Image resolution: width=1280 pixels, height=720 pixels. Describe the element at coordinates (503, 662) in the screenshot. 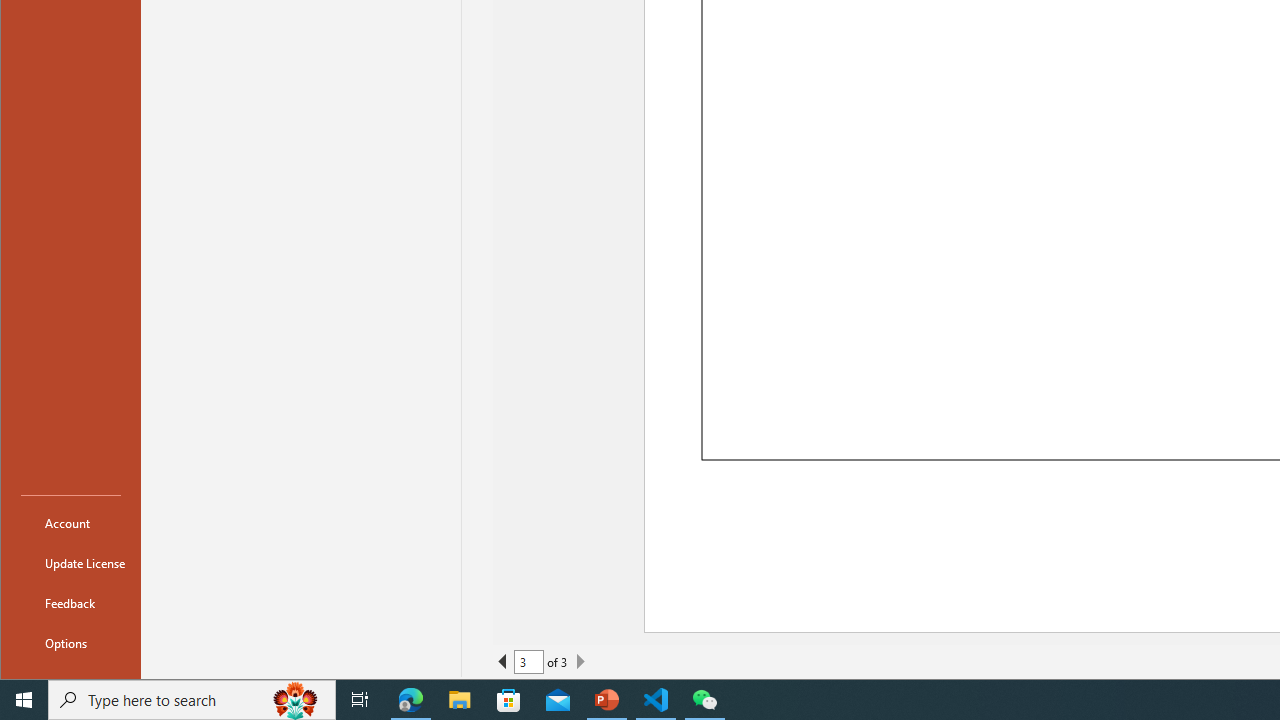

I see `'Previous Page'` at that location.